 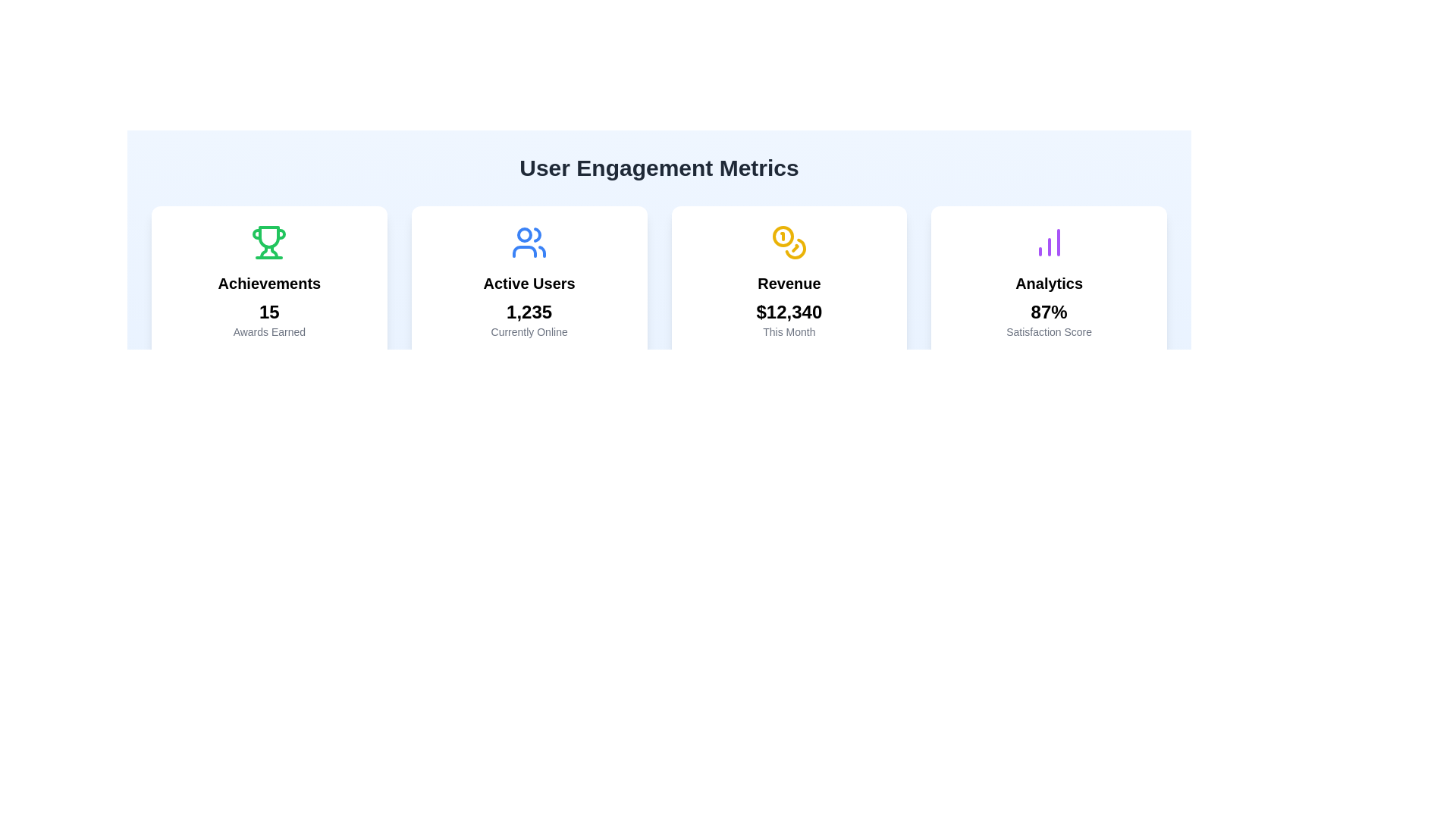 I want to click on the Label that describes the time range for the revenue amount within the 'Revenue' card, located in the third column, so click(x=789, y=331).